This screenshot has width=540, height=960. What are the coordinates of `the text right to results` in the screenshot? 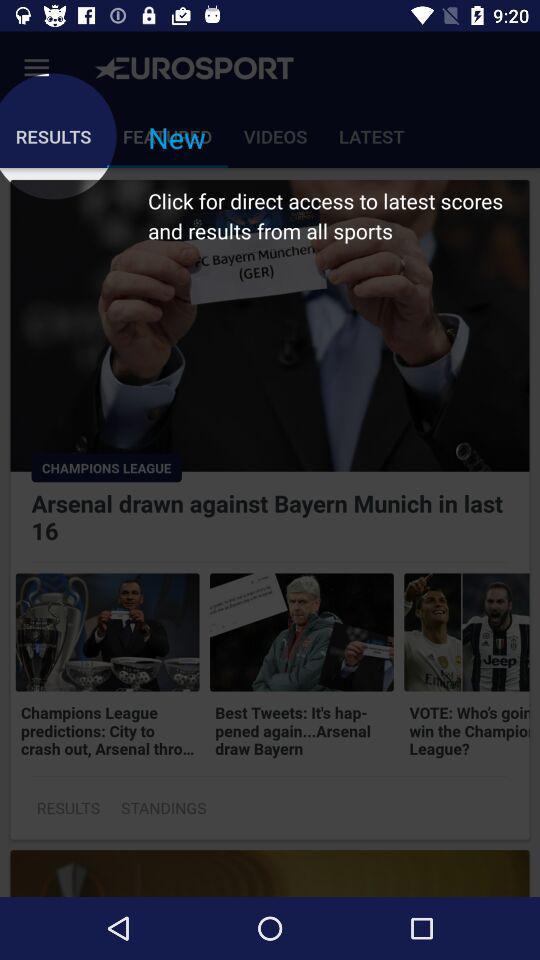 It's located at (162, 808).